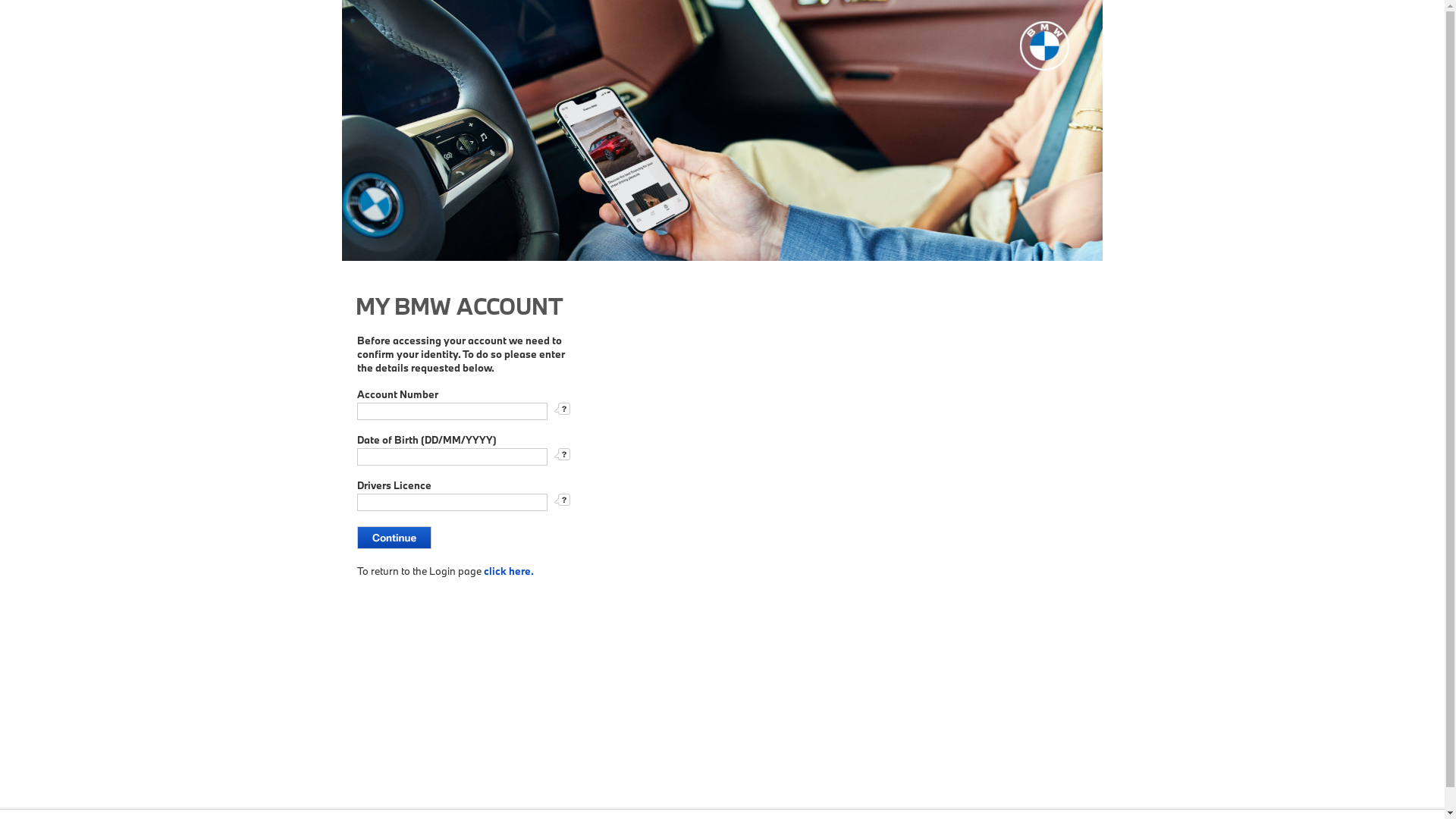 The height and width of the screenshot is (819, 1456). I want to click on 'click here.', so click(509, 570).